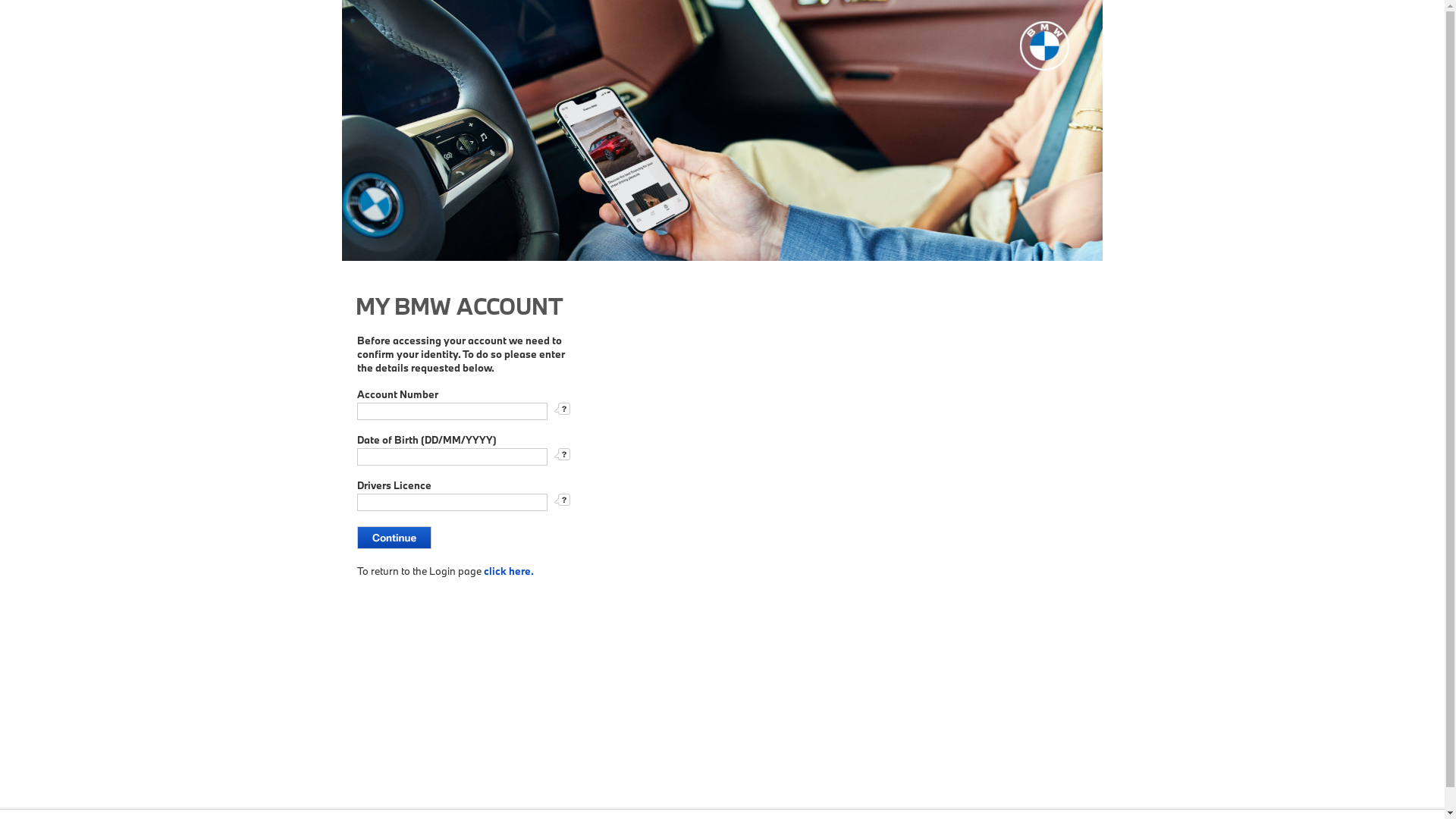 The height and width of the screenshot is (819, 1456). I want to click on 'click here.', so click(509, 570).